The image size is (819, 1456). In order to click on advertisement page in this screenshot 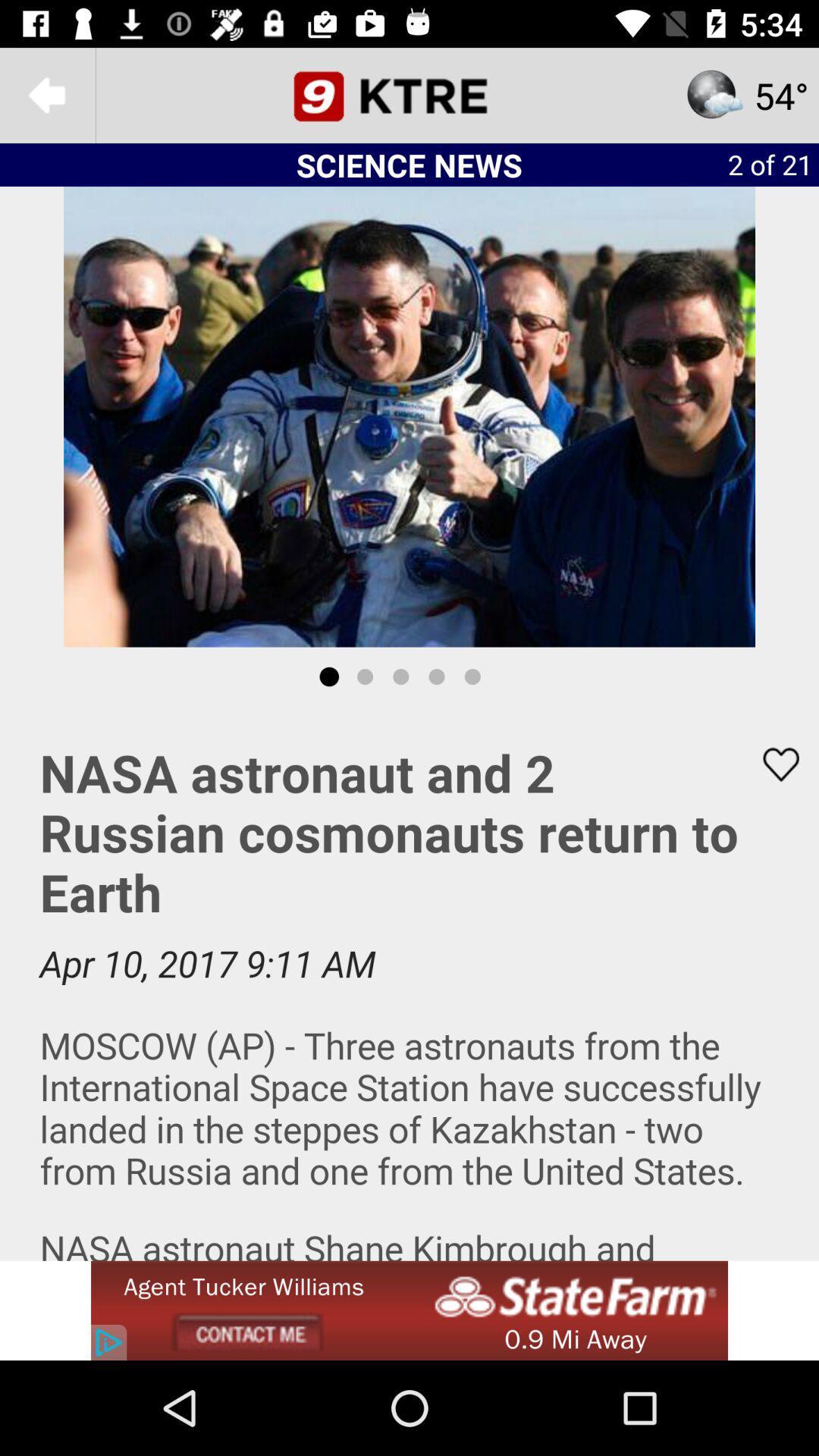, I will do `click(409, 1310)`.